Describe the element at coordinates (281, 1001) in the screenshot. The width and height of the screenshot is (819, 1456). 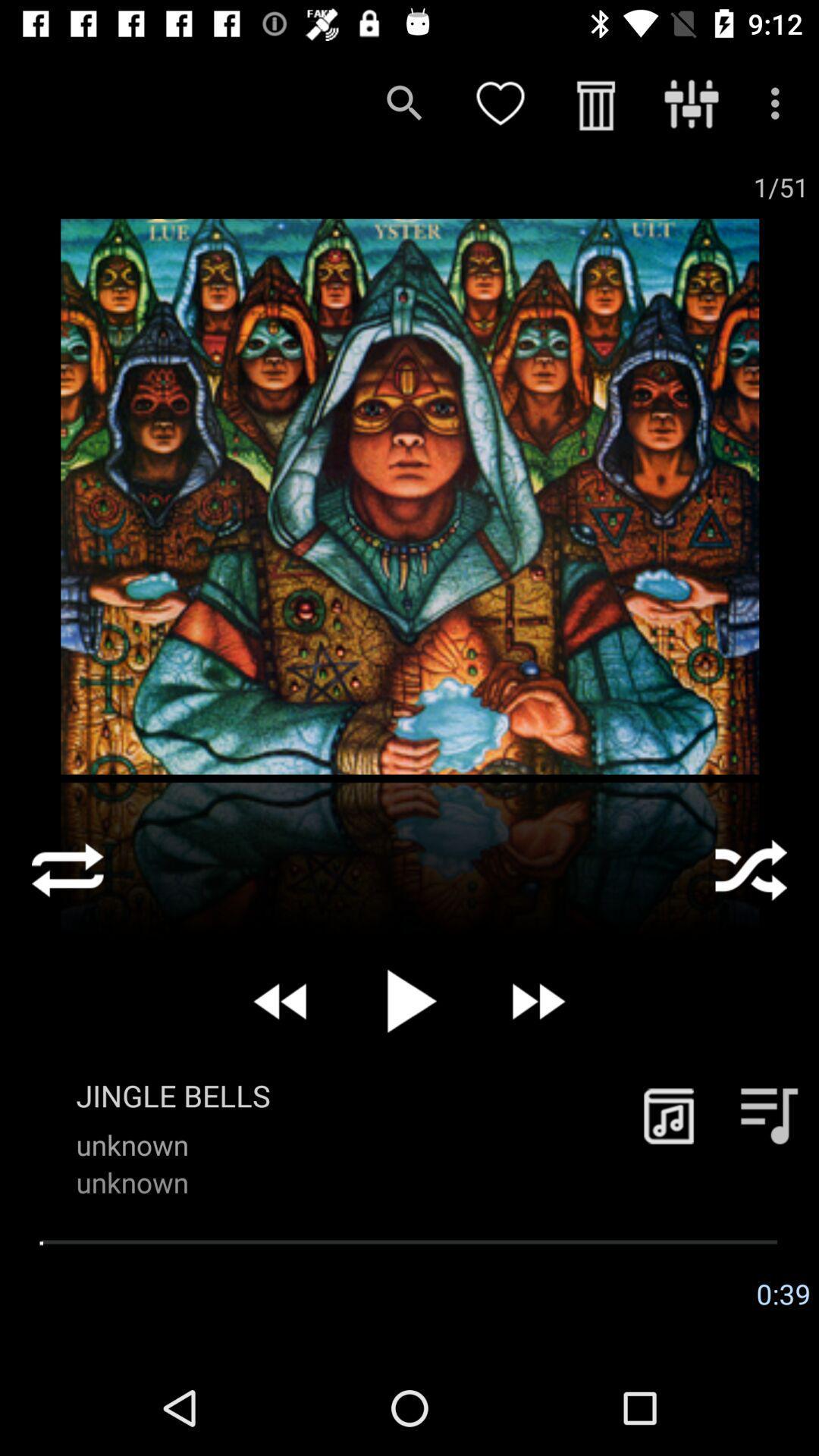
I see `the av_rewind icon` at that location.